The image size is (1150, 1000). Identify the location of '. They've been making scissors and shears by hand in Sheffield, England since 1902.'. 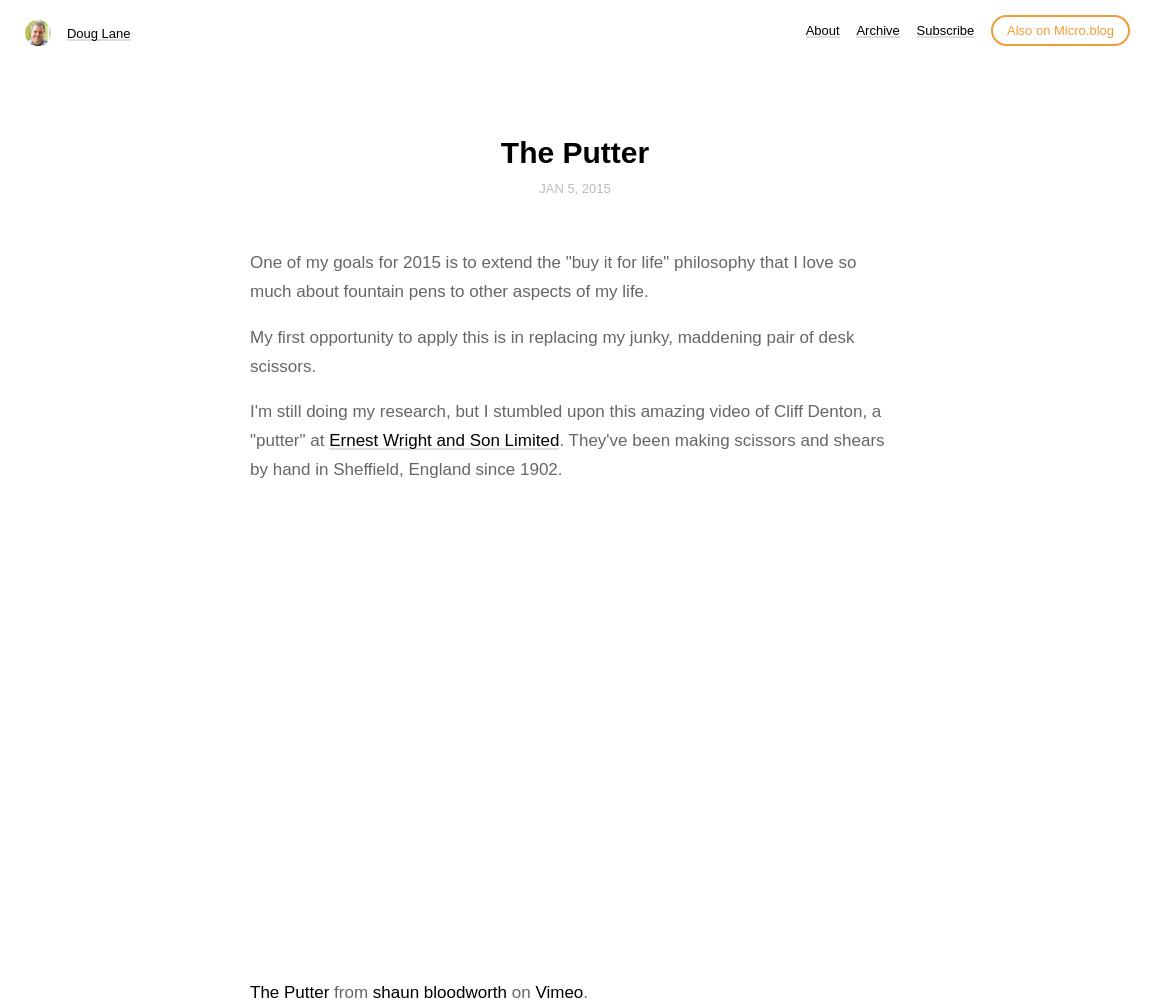
(566, 454).